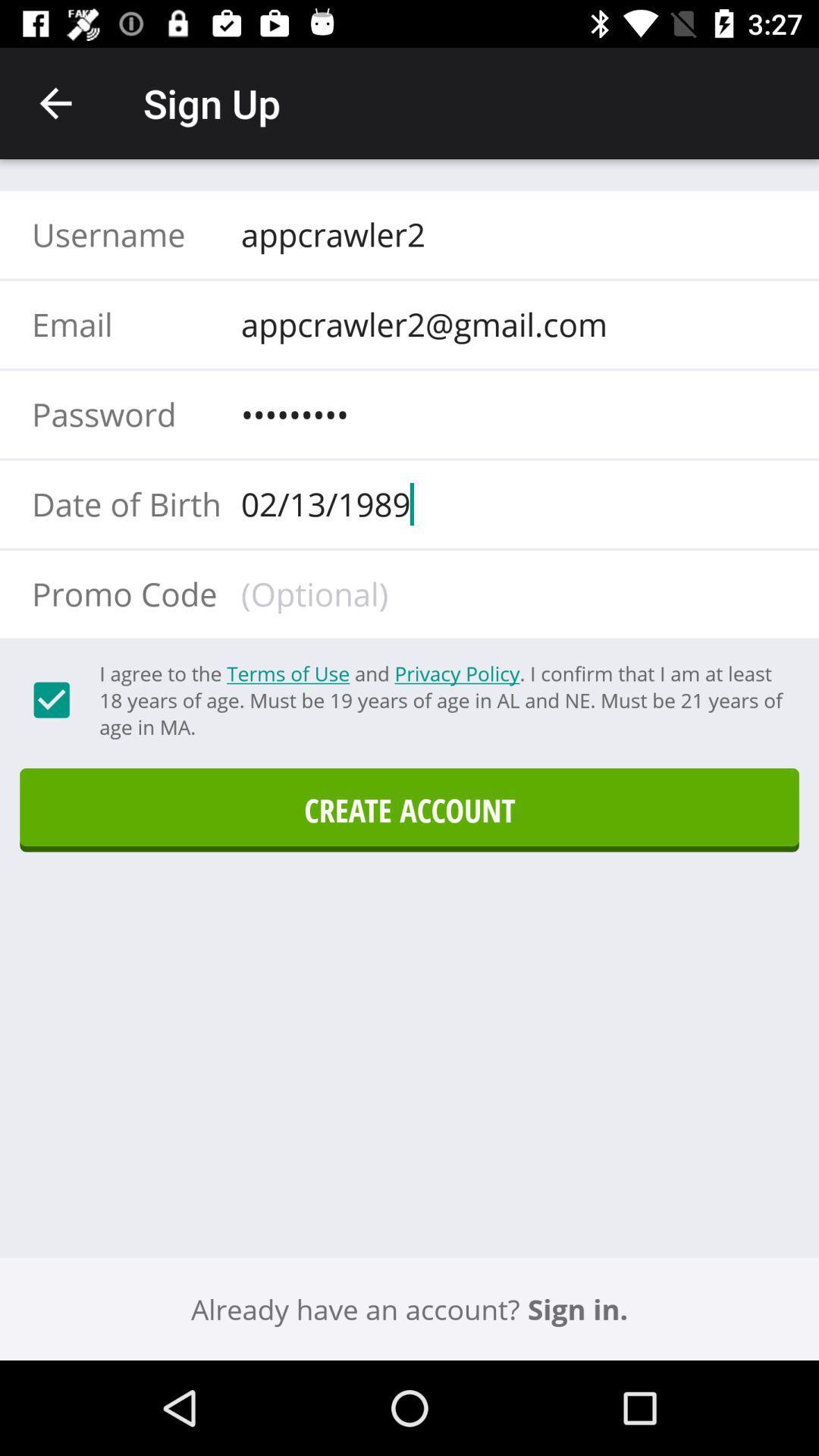 This screenshot has width=819, height=1456. What do you see at coordinates (509, 504) in the screenshot?
I see `the 02/13/1989 item` at bounding box center [509, 504].